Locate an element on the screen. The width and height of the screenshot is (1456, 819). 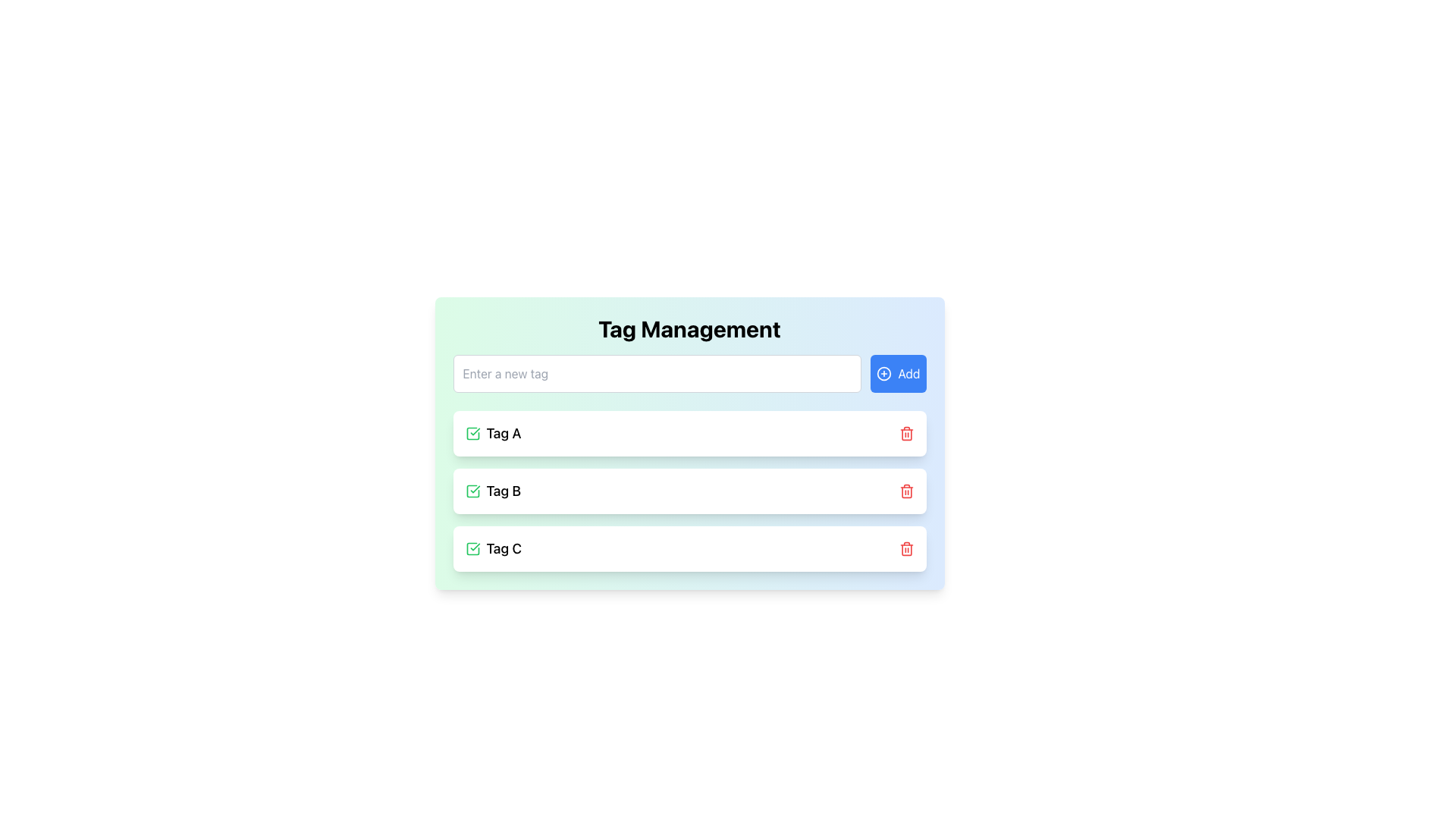
the segment labeled 'Tag B', which is the second element in a series of three segments for managing tags, positioned below 'Tag A' and above 'Tag C' is located at coordinates (689, 491).